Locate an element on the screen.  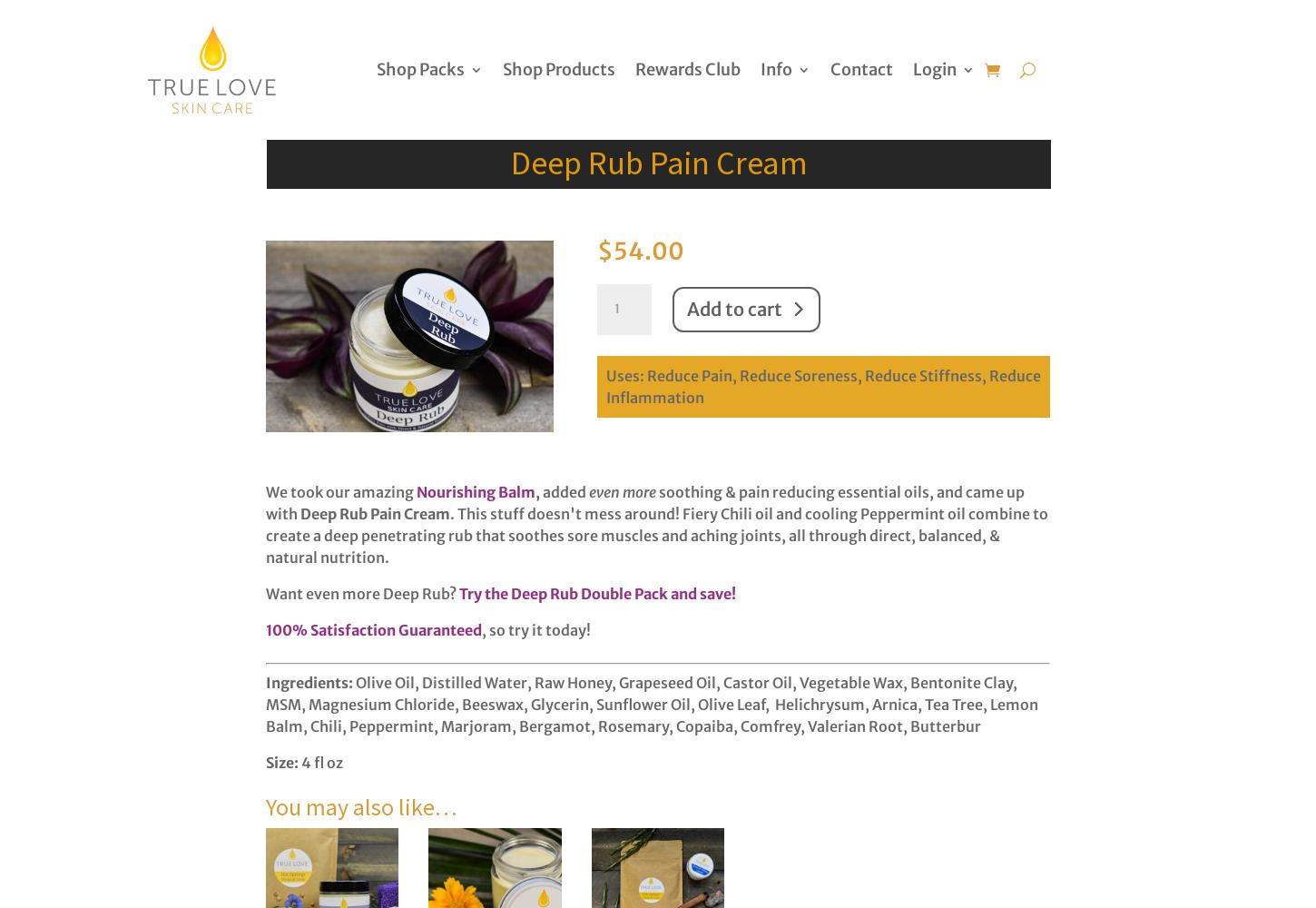
'4 fl oz' is located at coordinates (320, 762).